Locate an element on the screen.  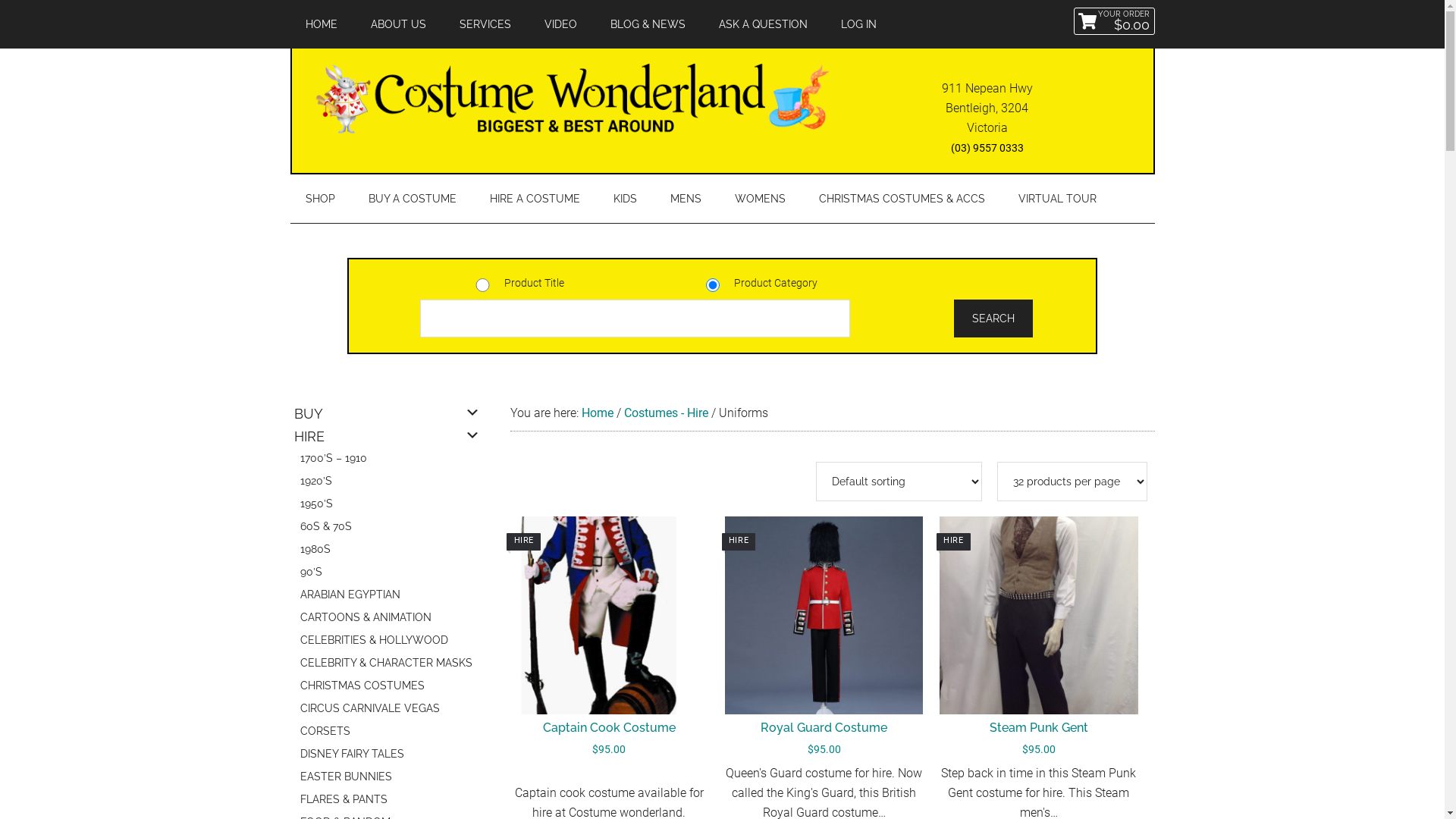
'EASTER BUNNIES' is located at coordinates (295, 778).